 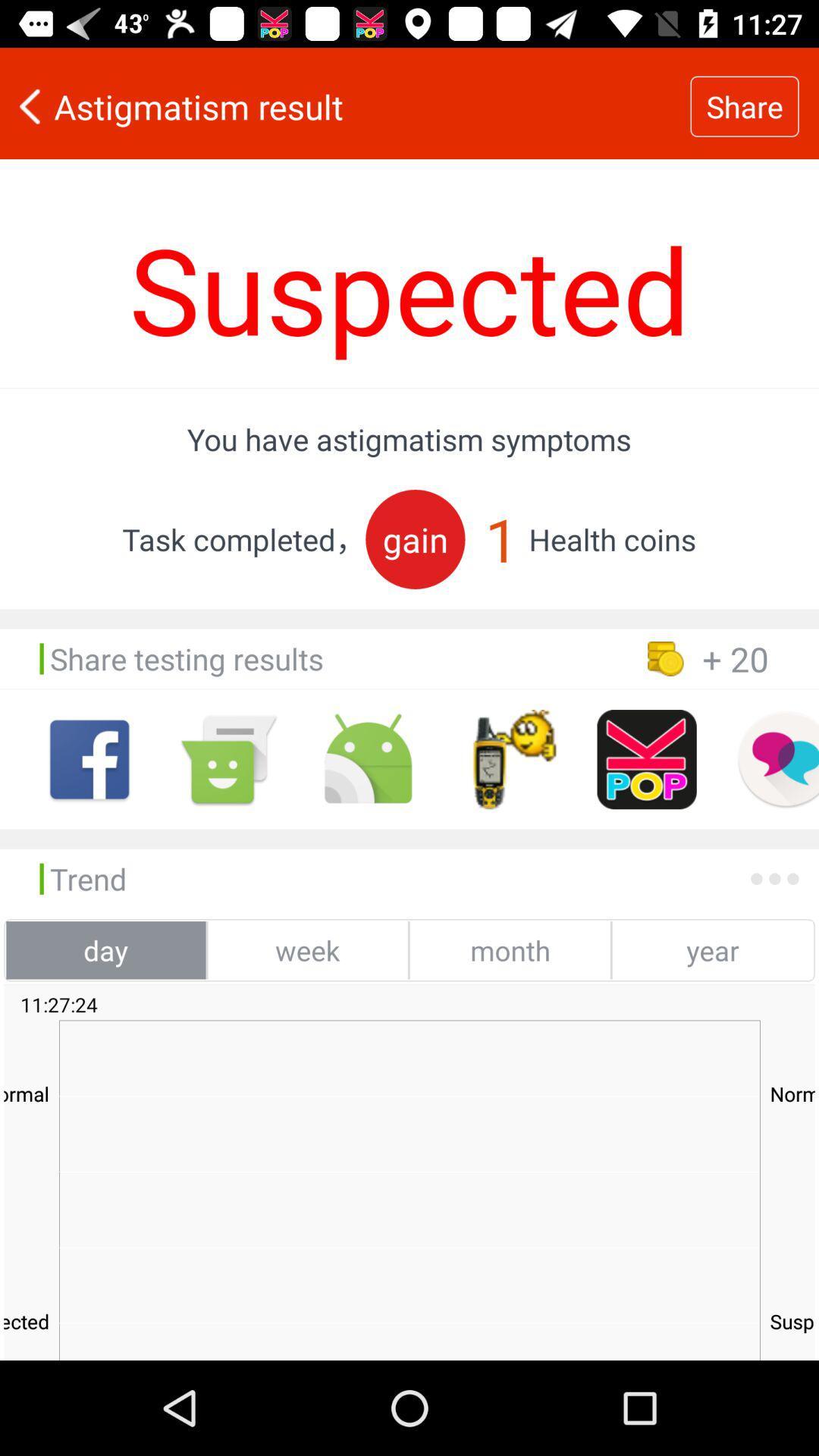 What do you see at coordinates (345, 105) in the screenshot?
I see `astigmatism result item` at bounding box center [345, 105].